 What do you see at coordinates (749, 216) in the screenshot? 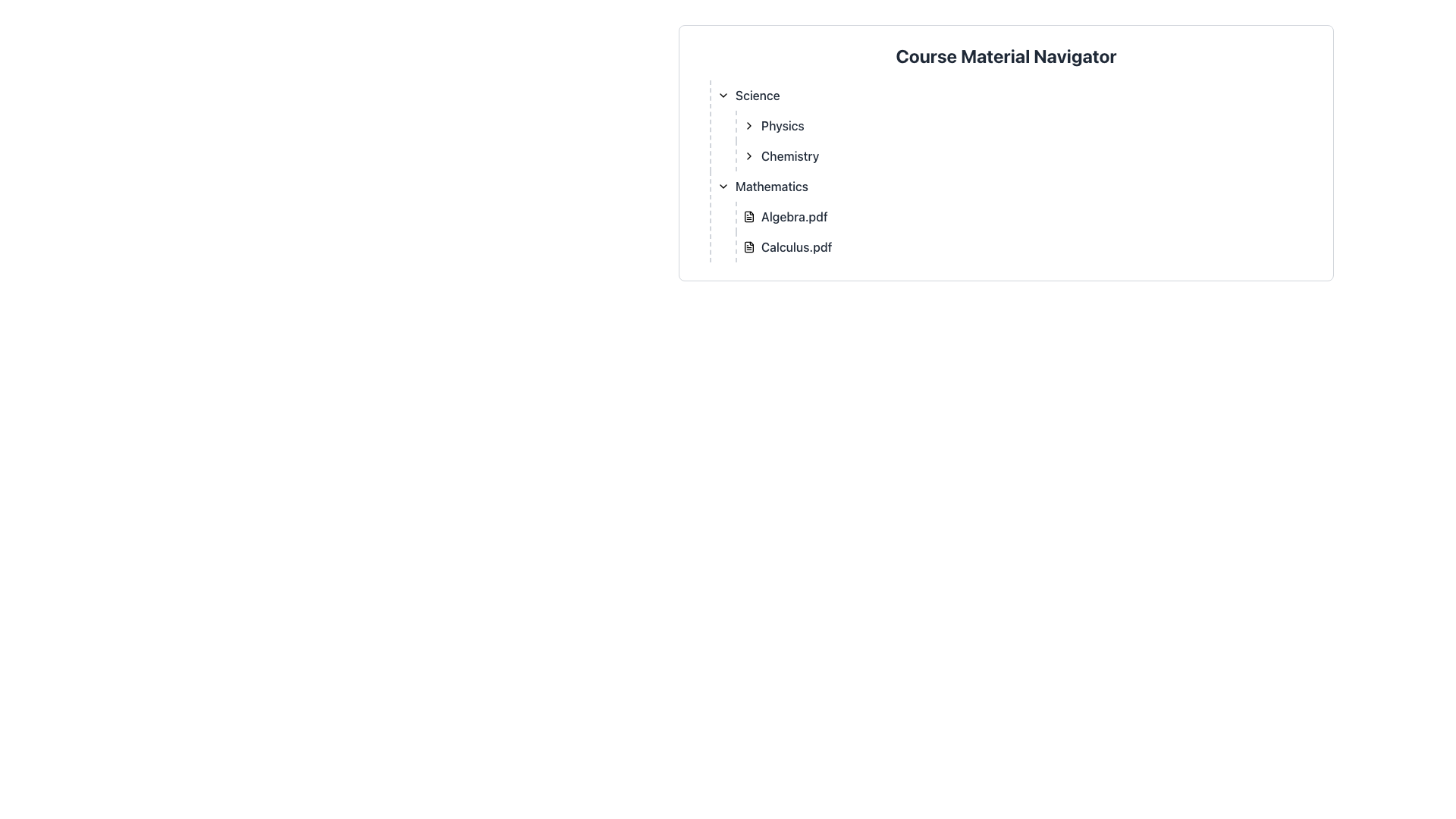
I see `the main body rectangle of the file icon, which is a part of the SVG component located under the 'Mathematics' category, between 'Algebra.pdf' and another entry` at bounding box center [749, 216].